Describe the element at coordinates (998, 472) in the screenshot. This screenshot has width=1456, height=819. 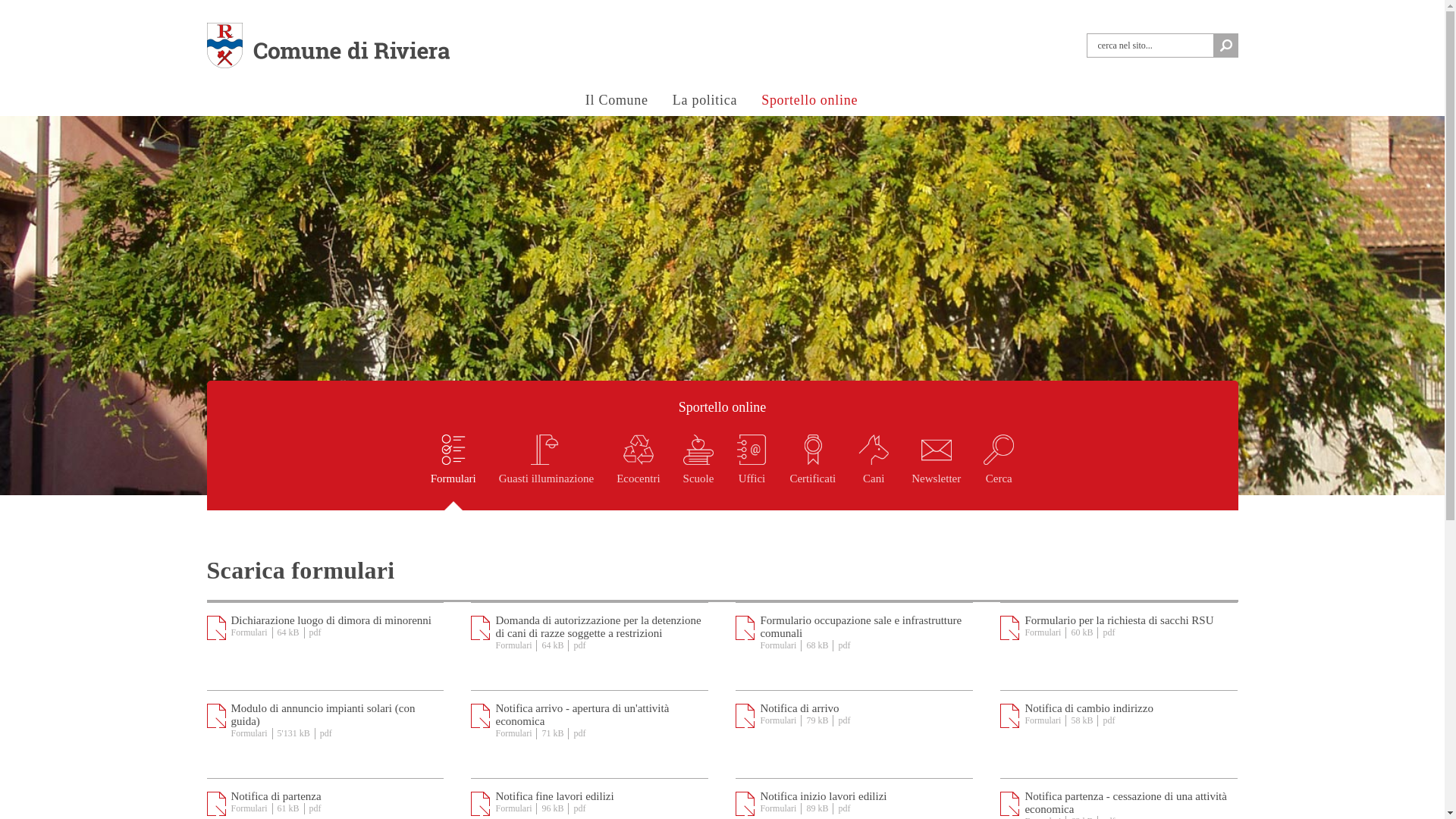
I see `'Cerca'` at that location.